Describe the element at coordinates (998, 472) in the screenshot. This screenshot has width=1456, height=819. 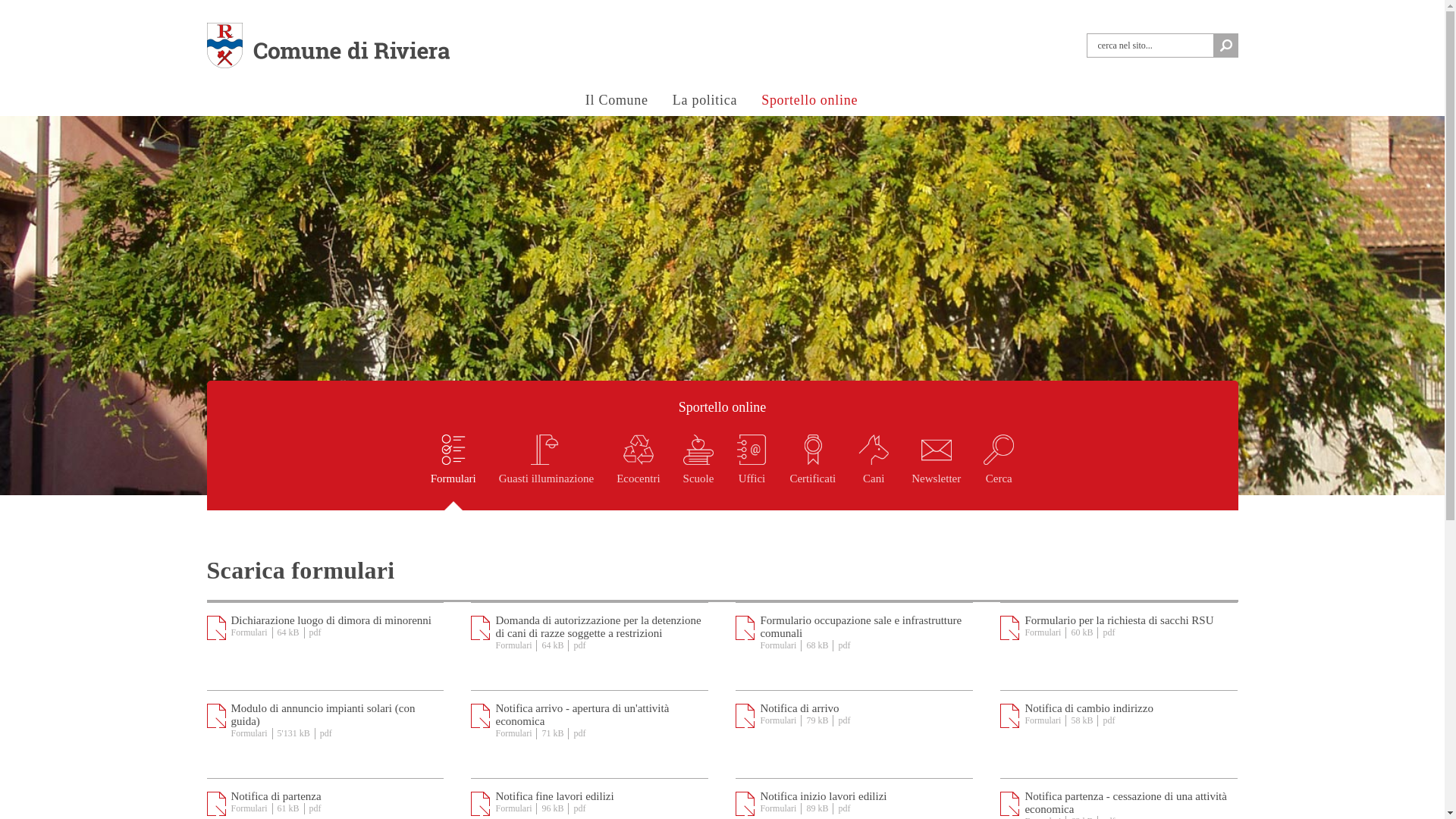
I see `'Cerca'` at that location.